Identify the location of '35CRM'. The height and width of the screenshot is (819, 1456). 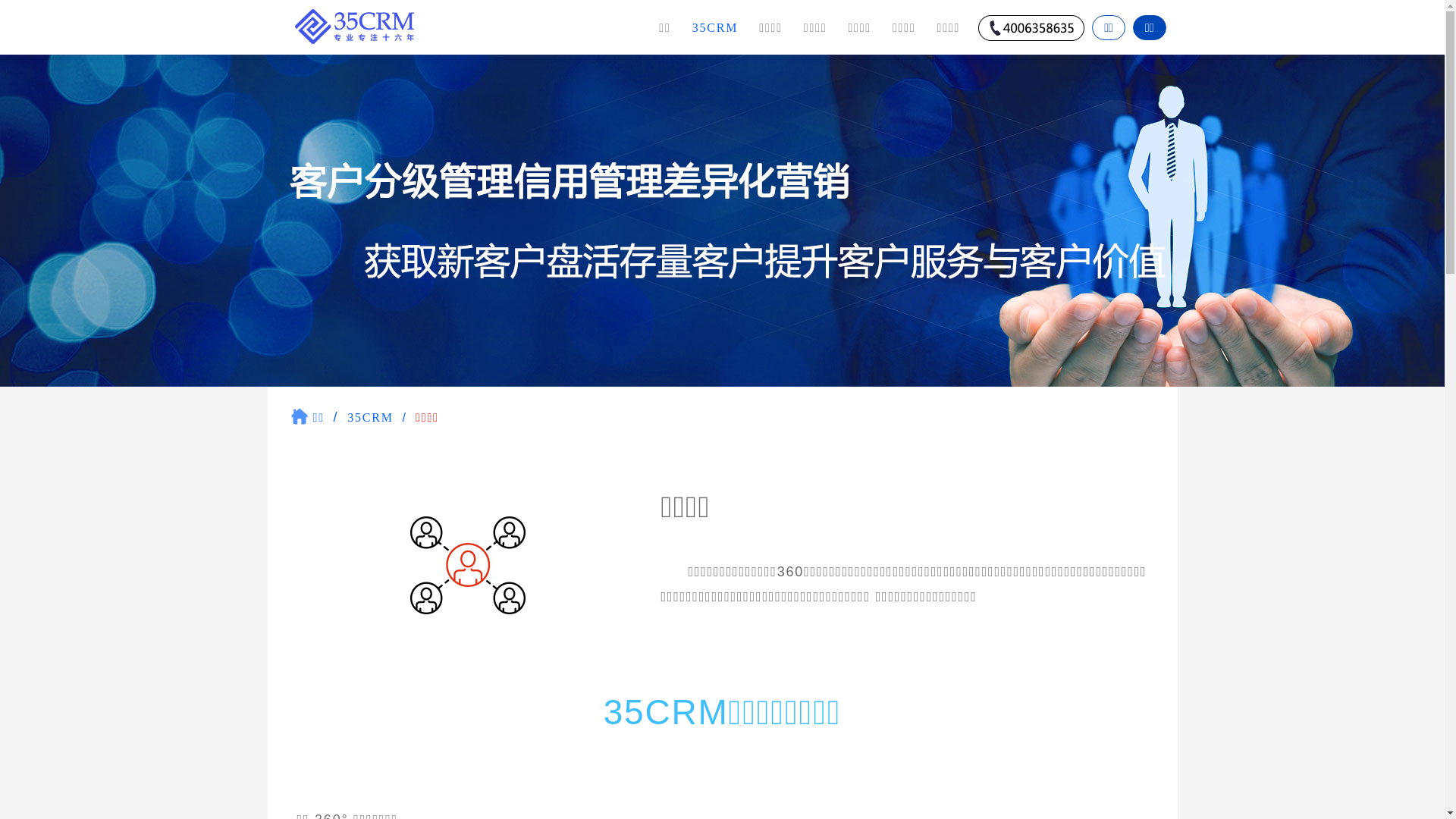
(714, 27).